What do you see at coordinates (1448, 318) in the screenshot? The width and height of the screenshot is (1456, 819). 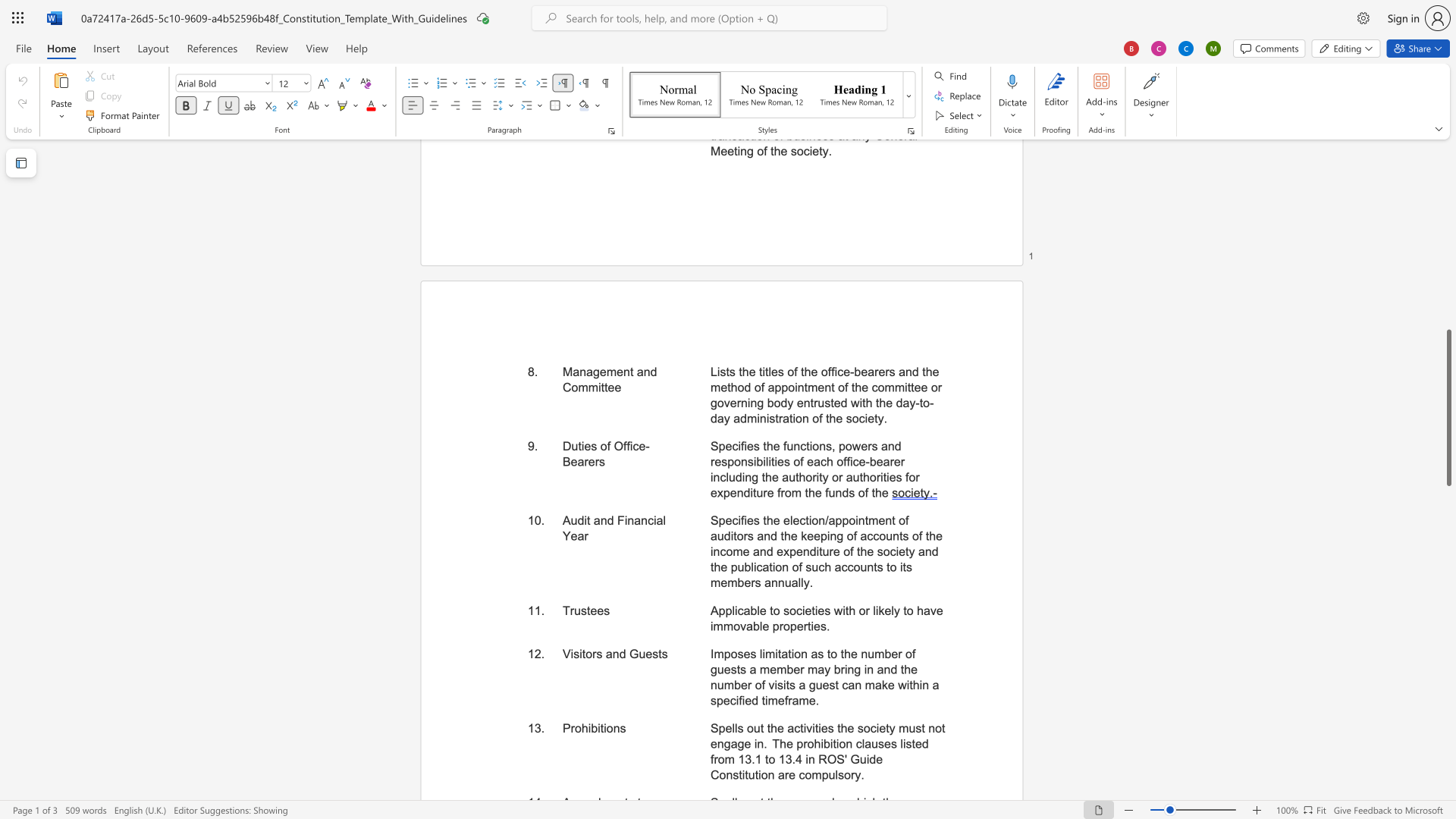 I see `the scrollbar on the right to shift the page higher` at bounding box center [1448, 318].